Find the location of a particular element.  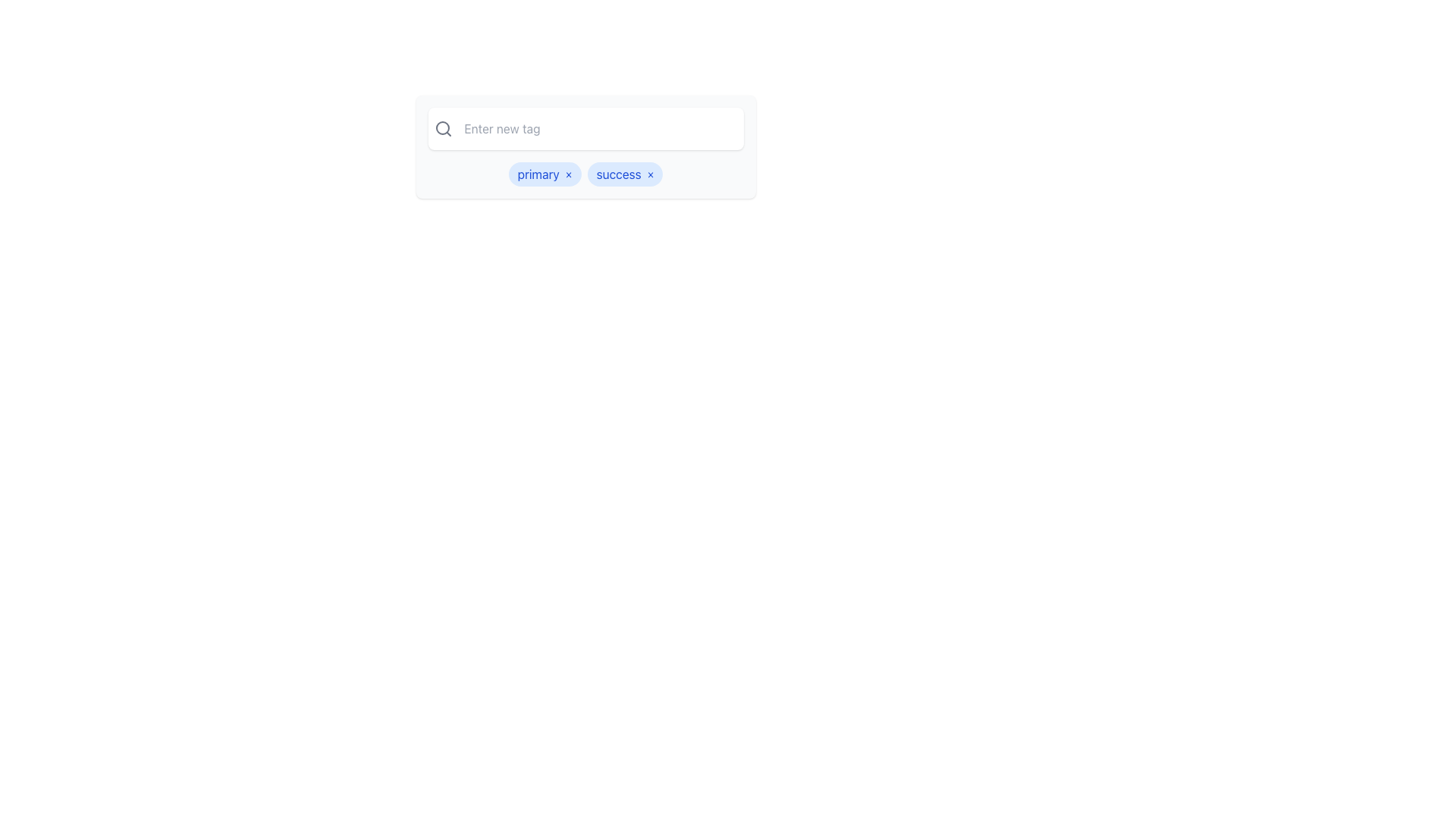

the interactive tag with a dismiss button located immediately to the right of the 'primary ×' pill component is located at coordinates (625, 174).